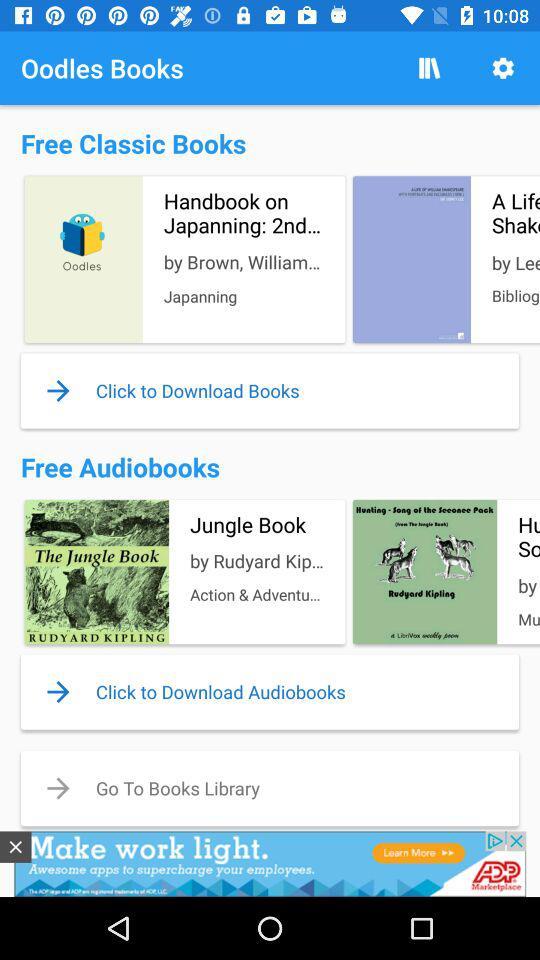  What do you see at coordinates (270, 691) in the screenshot?
I see `the bottom of second text` at bounding box center [270, 691].